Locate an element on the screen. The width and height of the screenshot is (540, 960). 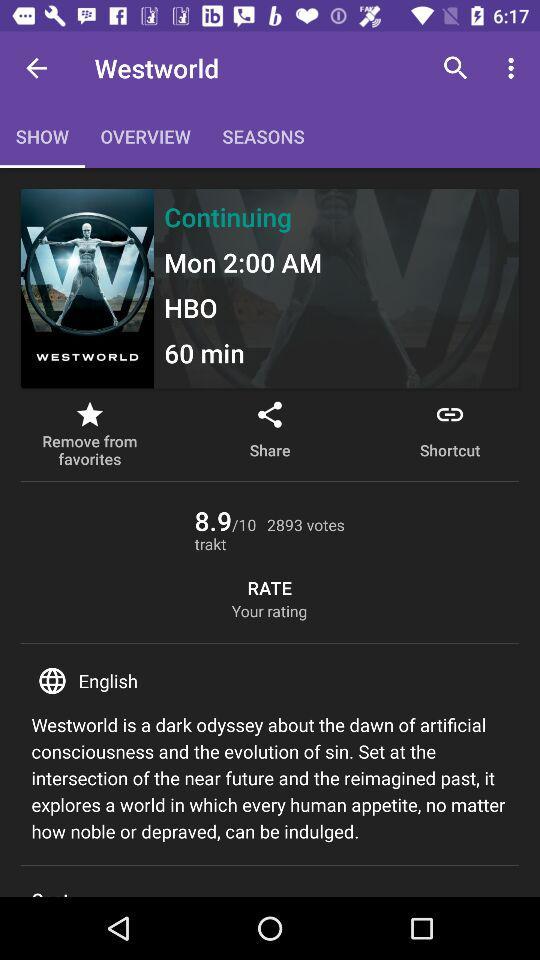
text below english is located at coordinates (270, 777).